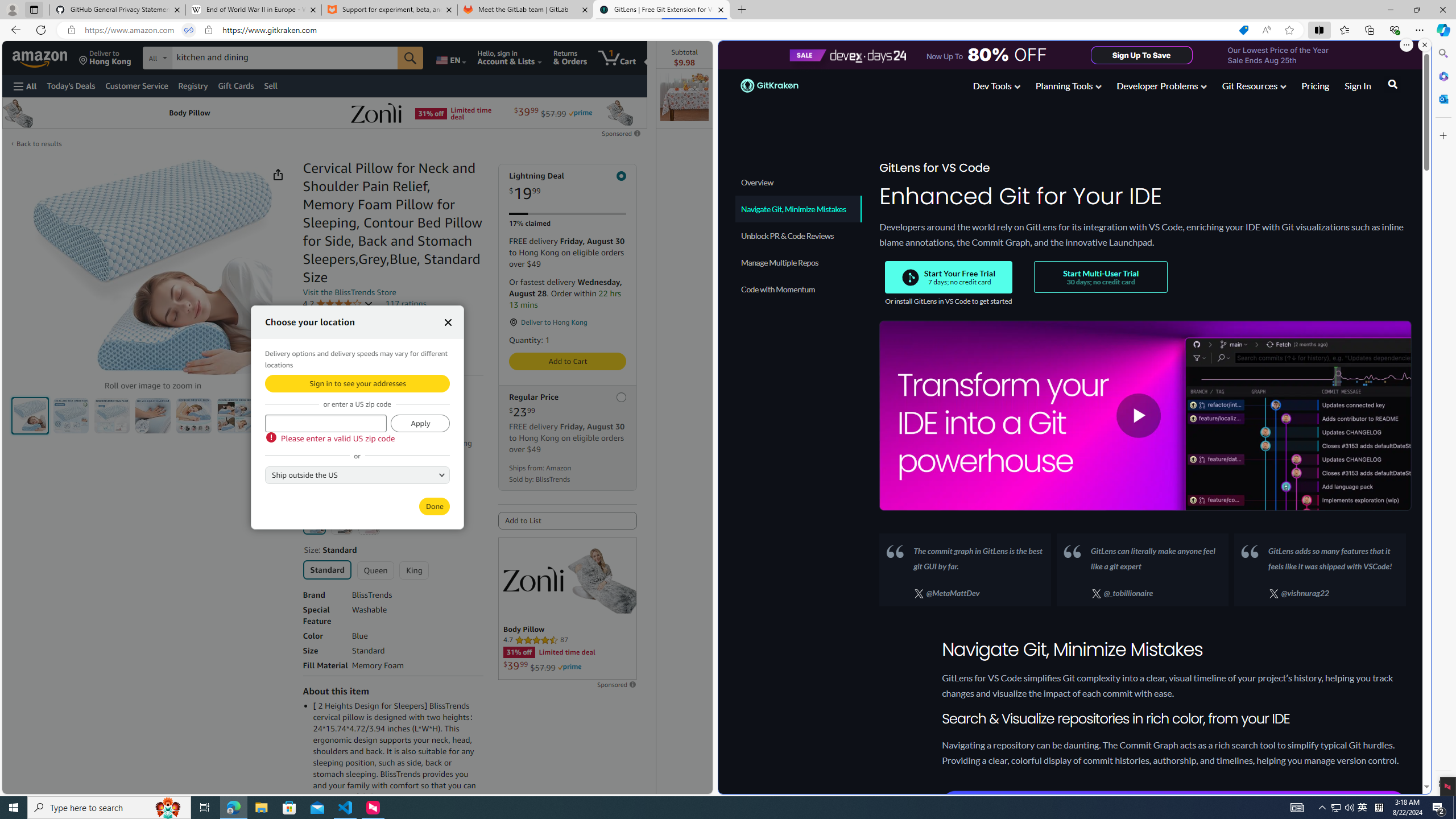 Image resolution: width=1456 pixels, height=819 pixels. Describe the element at coordinates (510, 57) in the screenshot. I see `'Hello, sign in Account & Lists'` at that location.